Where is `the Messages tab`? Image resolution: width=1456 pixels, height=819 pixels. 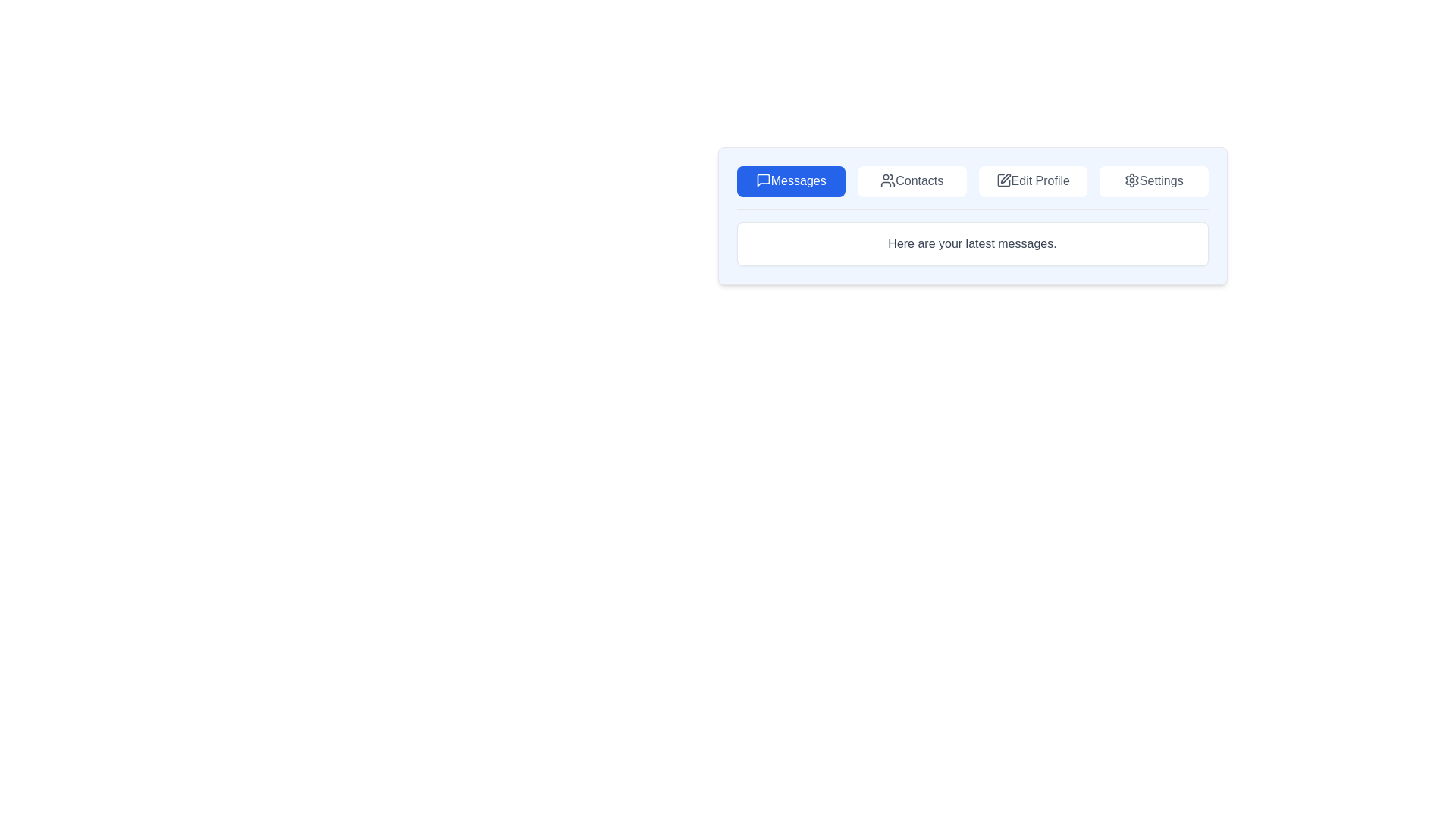
the Messages tab is located at coordinates (790, 180).